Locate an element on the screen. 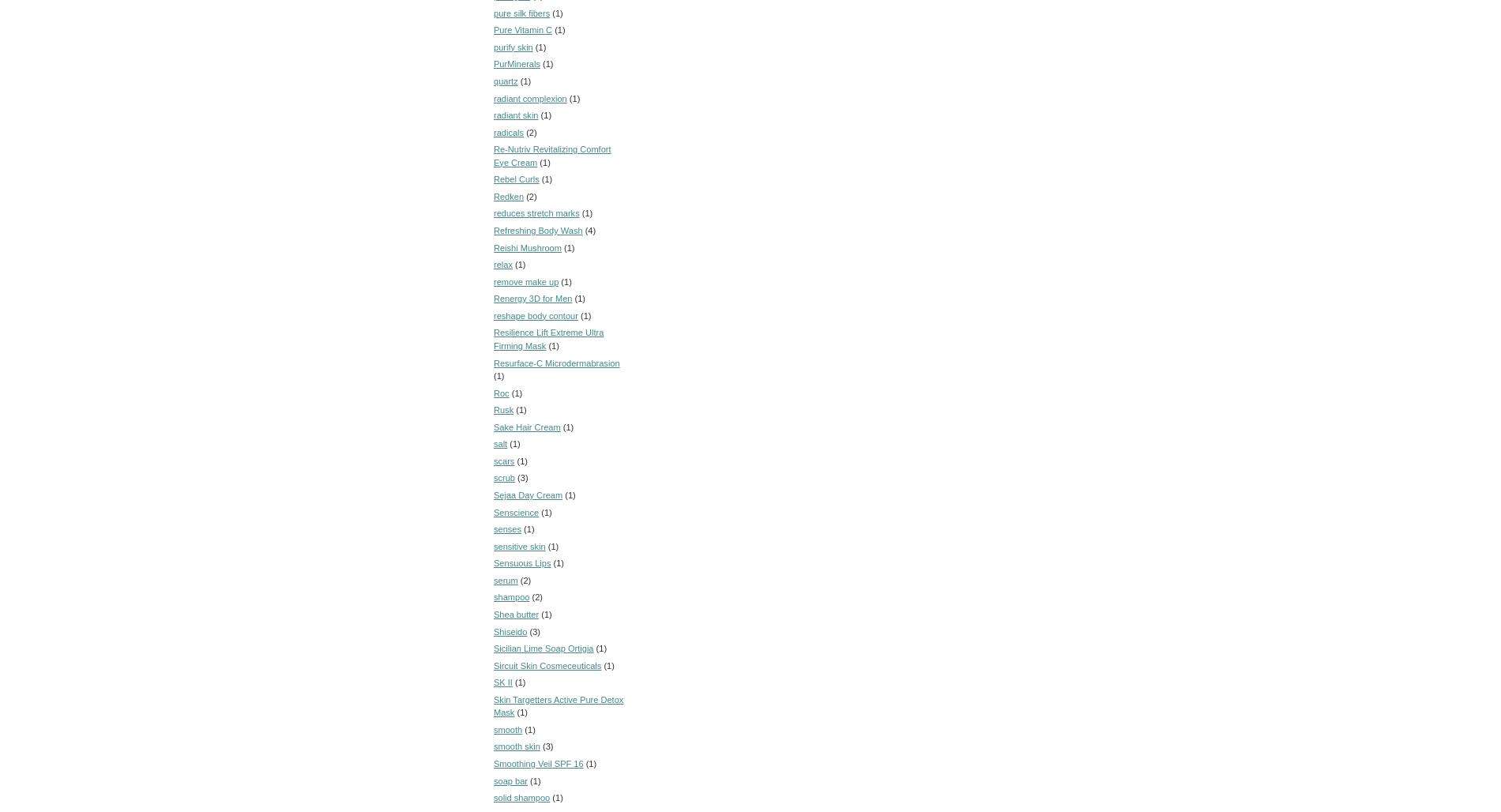 Image resolution: width=1501 pixels, height=812 pixels. 'reshape body contour' is located at coordinates (535, 314).